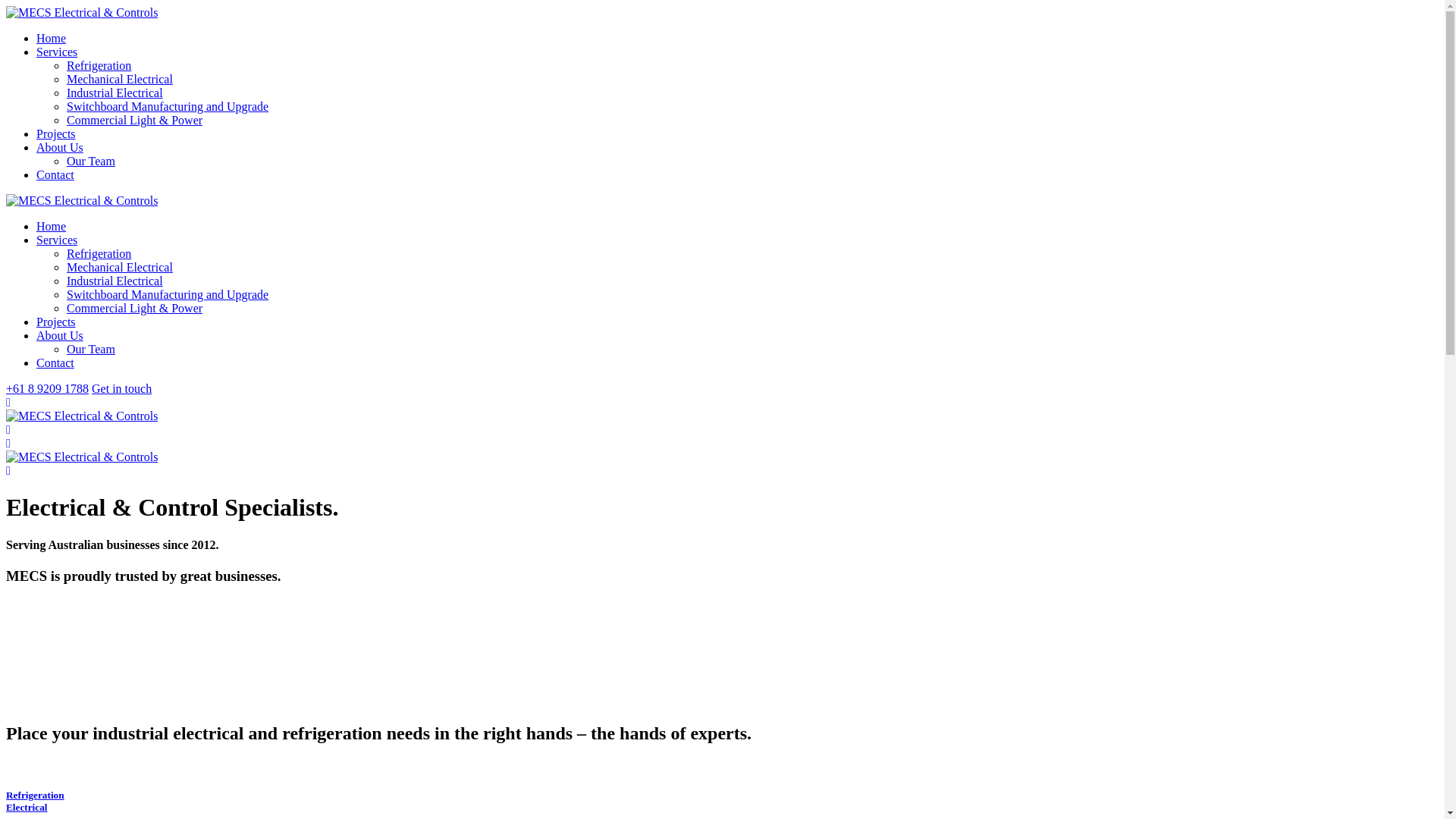 Image resolution: width=1456 pixels, height=819 pixels. I want to click on 'Switchboard Manufacturing and Upgrade', so click(167, 294).